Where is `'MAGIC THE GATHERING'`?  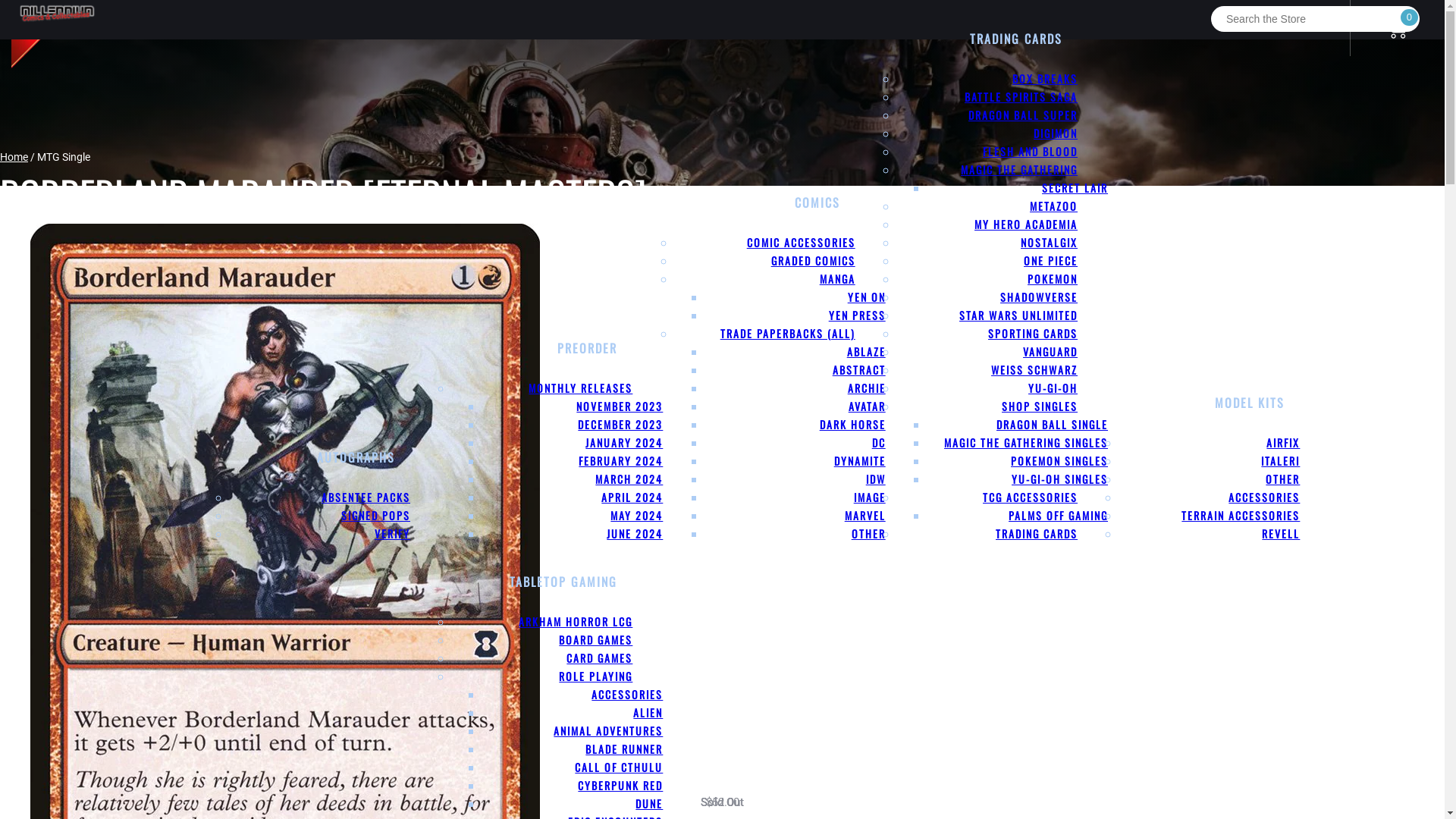
'MAGIC THE GATHERING' is located at coordinates (960, 169).